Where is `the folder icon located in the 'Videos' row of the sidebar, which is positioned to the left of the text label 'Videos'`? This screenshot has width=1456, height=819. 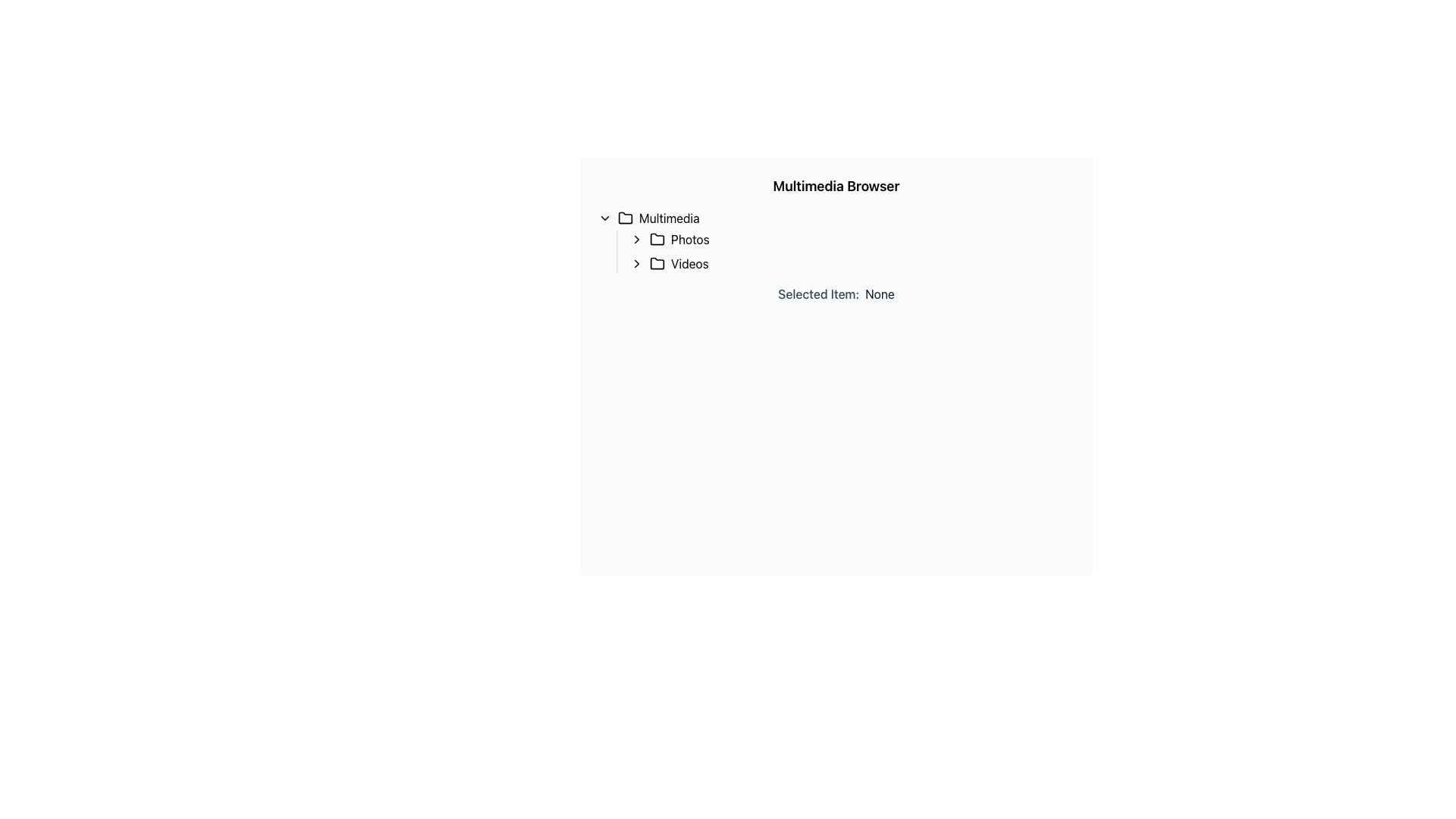
the folder icon located in the 'Videos' row of the sidebar, which is positioned to the left of the text label 'Videos' is located at coordinates (657, 262).